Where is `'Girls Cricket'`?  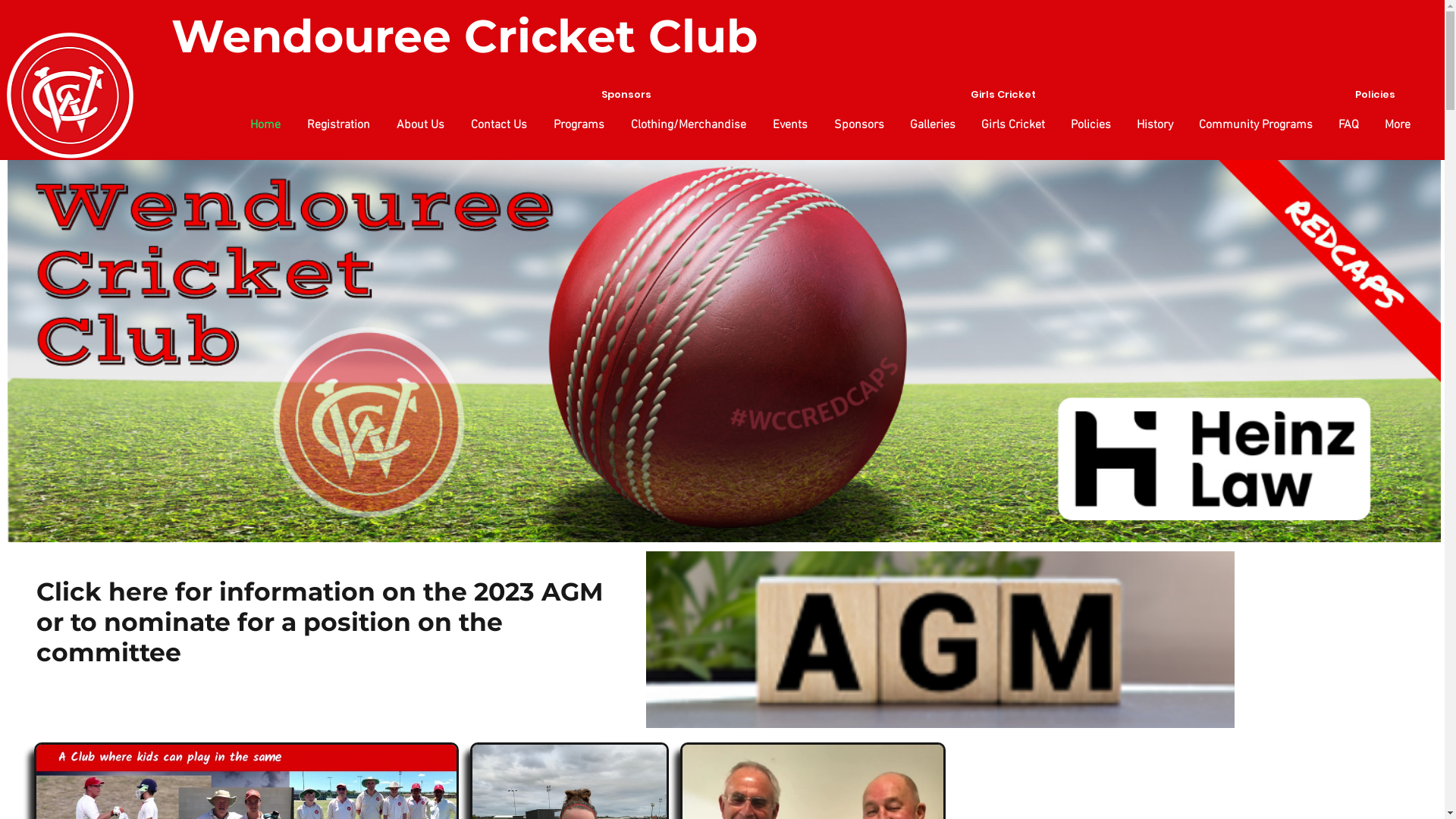 'Girls Cricket' is located at coordinates (1012, 124).